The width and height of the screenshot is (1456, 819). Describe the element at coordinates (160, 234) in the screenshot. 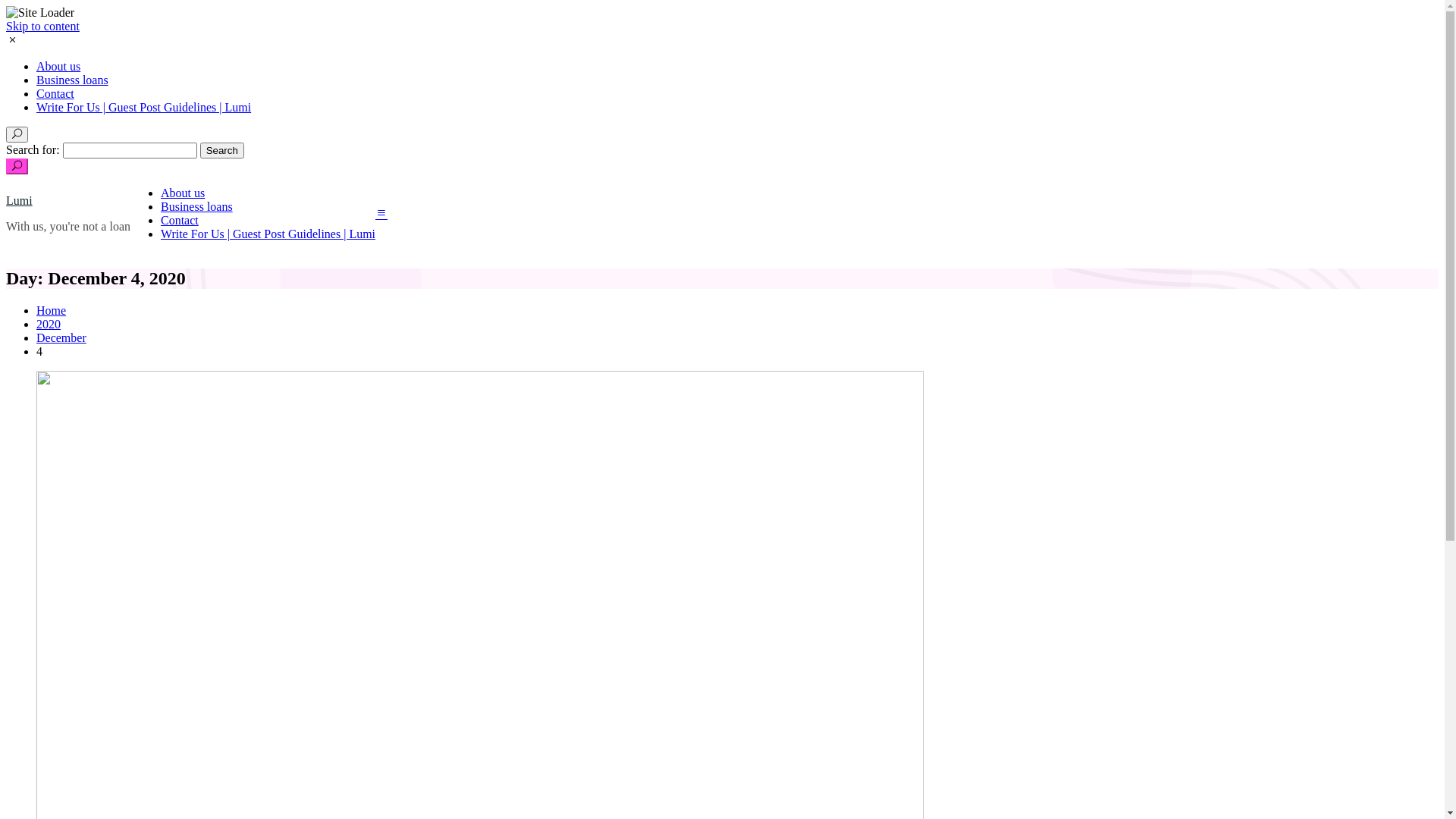

I see `'Write For Us | Guest Post Guidelines | Lumi'` at that location.